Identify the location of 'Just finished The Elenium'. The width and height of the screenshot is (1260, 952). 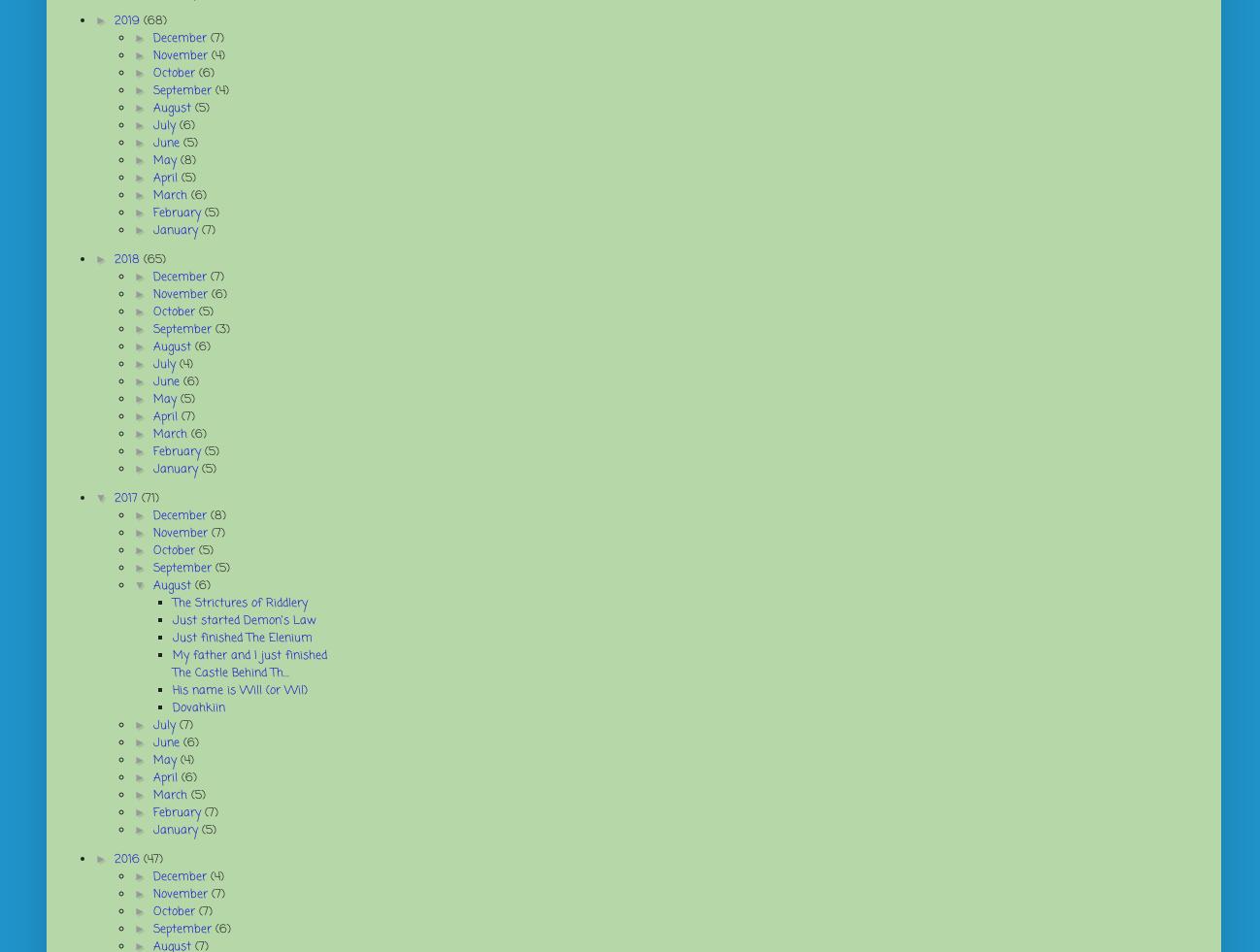
(171, 638).